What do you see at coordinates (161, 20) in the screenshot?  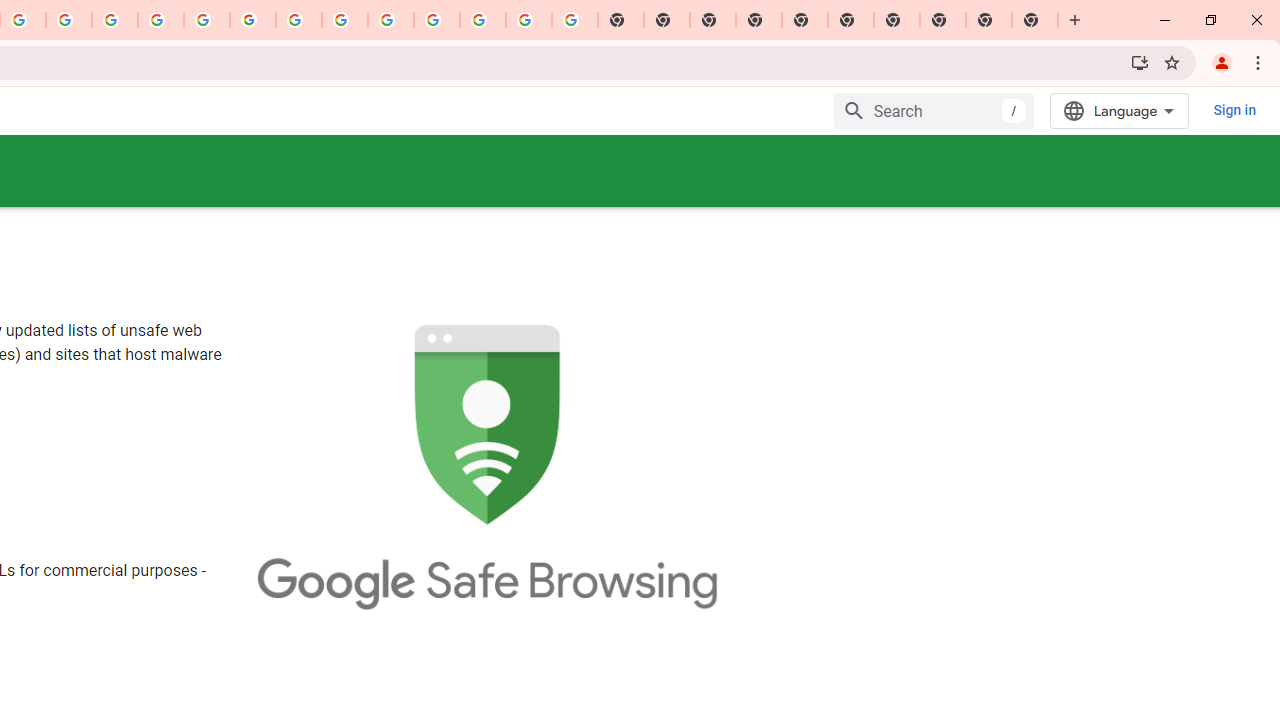 I see `'Privacy Help Center - Policies Help'` at bounding box center [161, 20].